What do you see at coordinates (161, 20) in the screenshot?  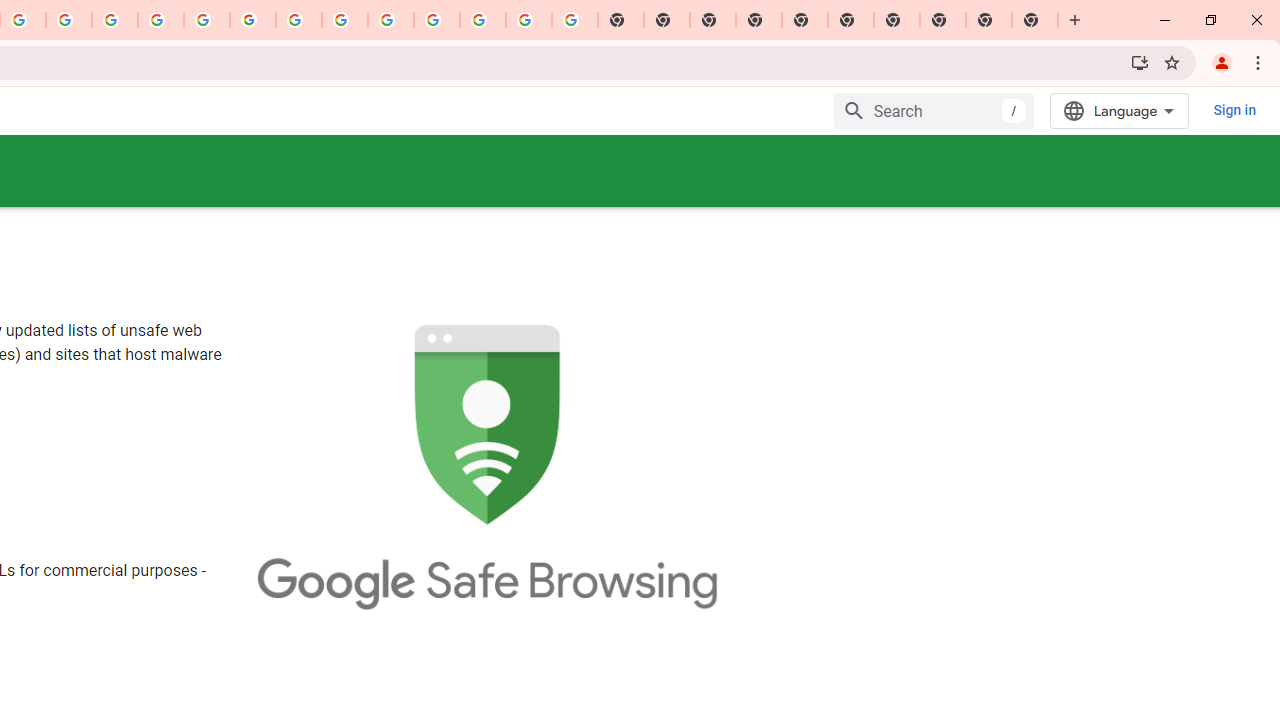 I see `'Privacy Help Center - Policies Help'` at bounding box center [161, 20].